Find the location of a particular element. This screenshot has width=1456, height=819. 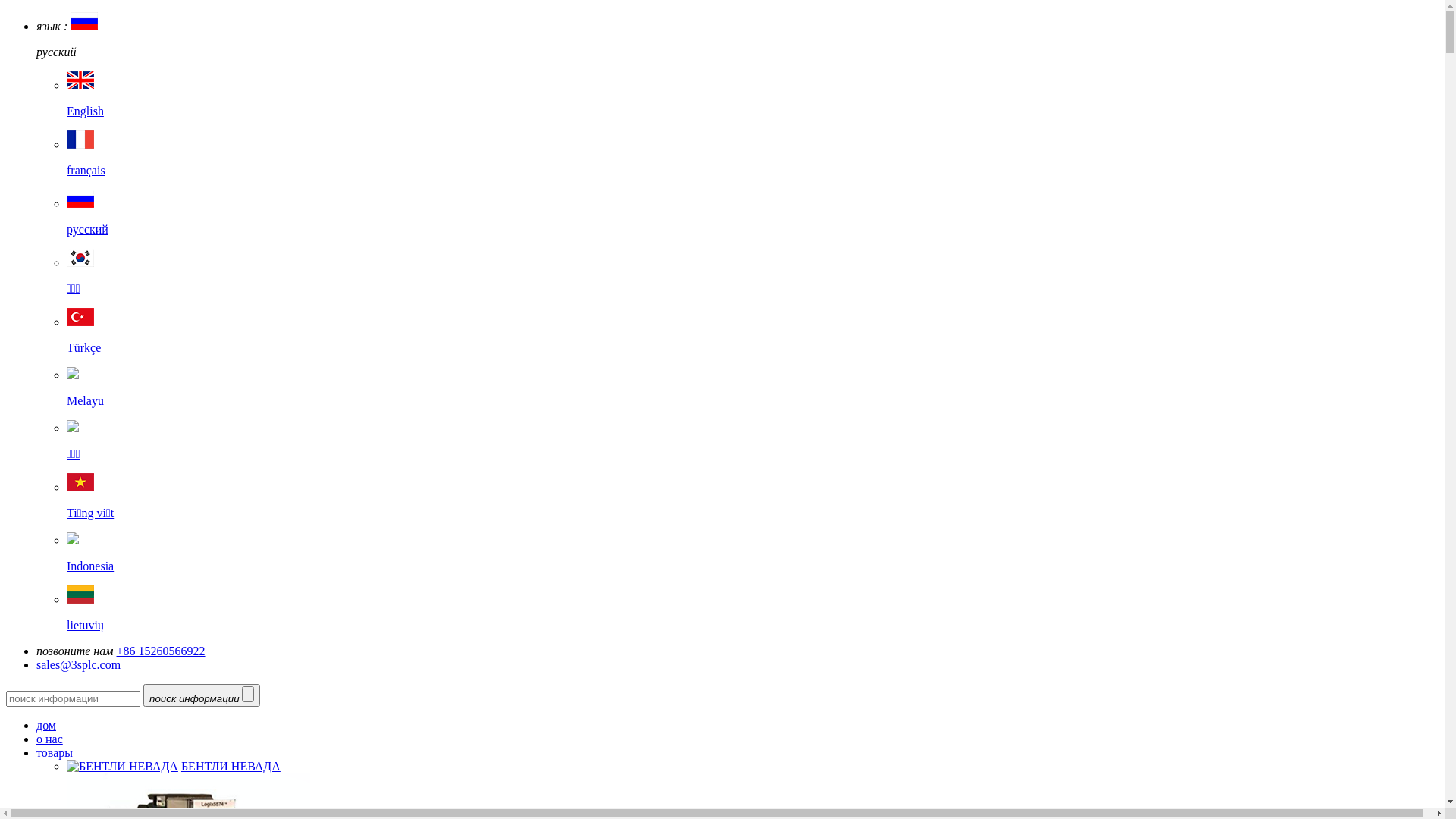

'Indonesia' is located at coordinates (65, 553).